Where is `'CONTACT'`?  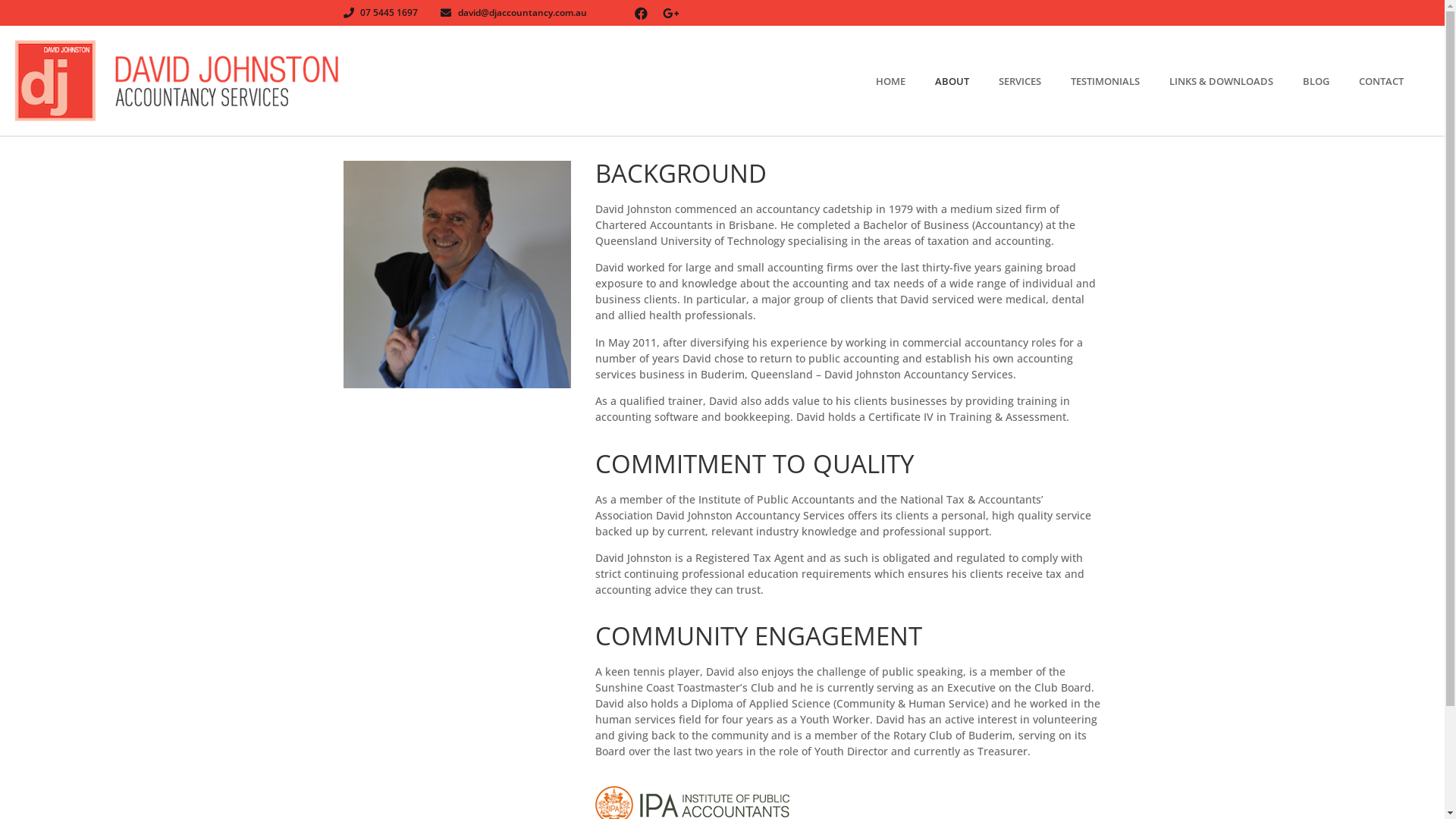 'CONTACT' is located at coordinates (1395, 81).